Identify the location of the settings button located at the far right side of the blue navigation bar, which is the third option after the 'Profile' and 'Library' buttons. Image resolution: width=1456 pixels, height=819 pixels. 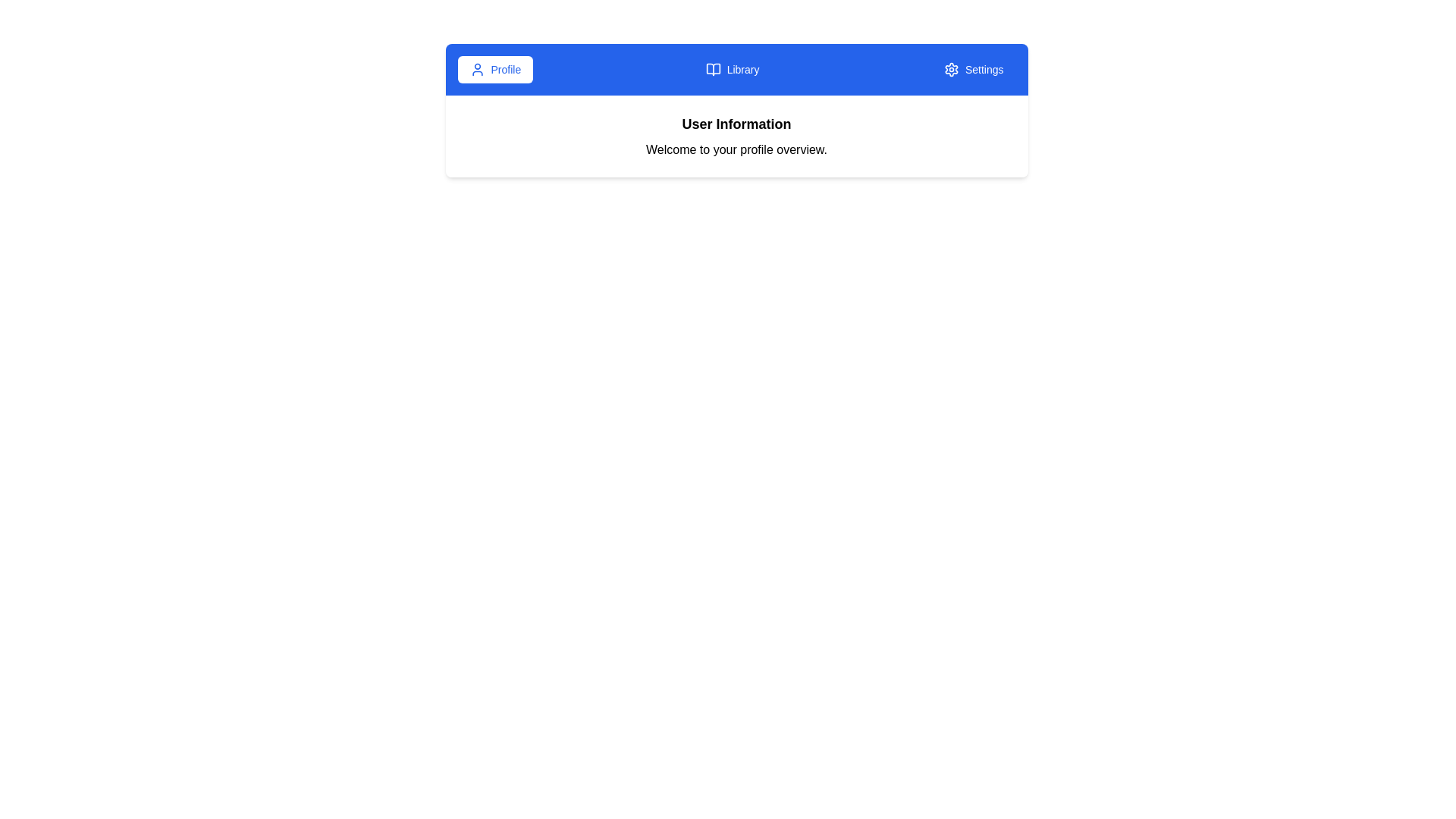
(974, 70).